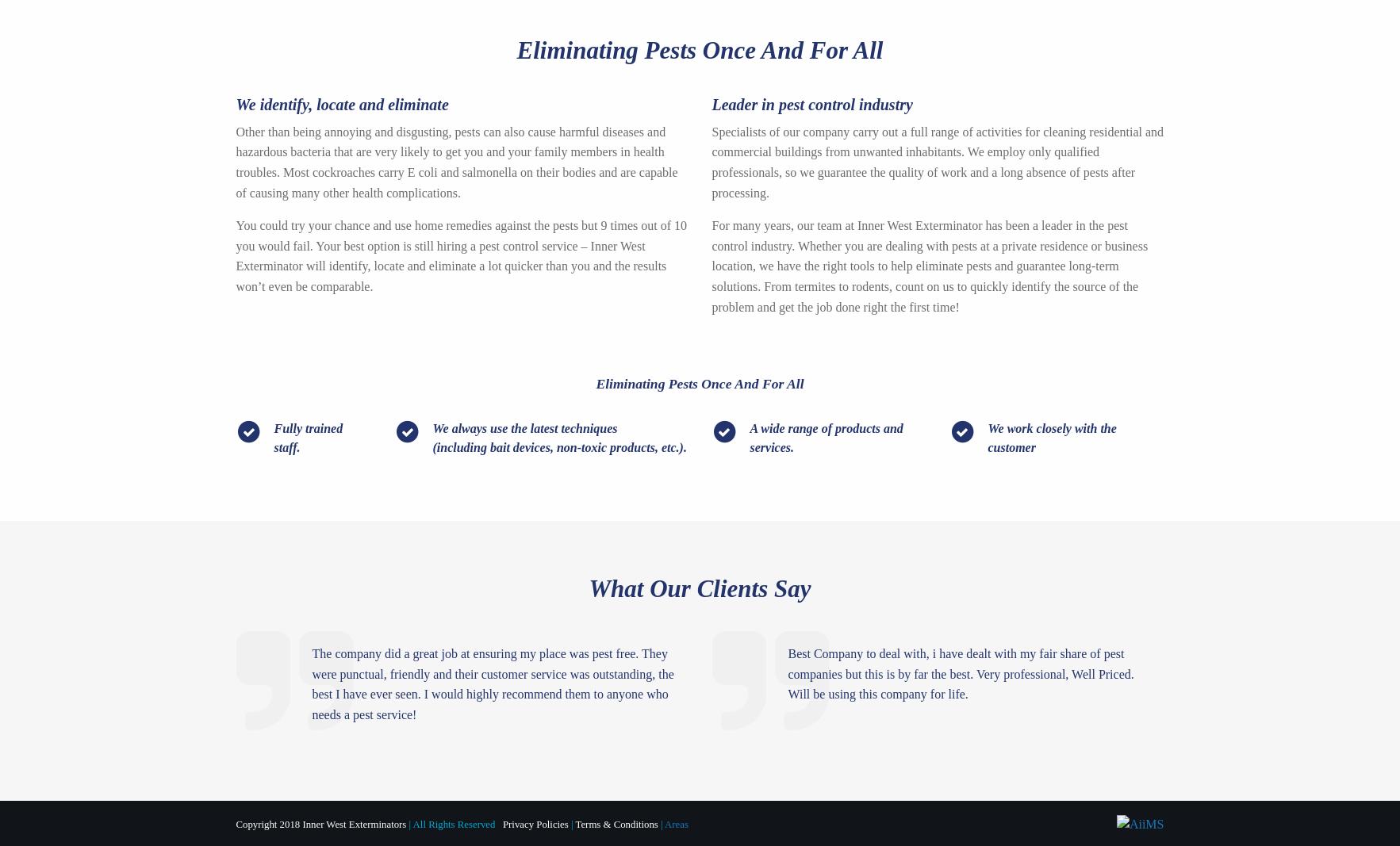 The height and width of the screenshot is (846, 1400). I want to click on 'You could try your chance and use home remedies against the pests but 9 times out of 10 you would fail. Your best option is still hiring a pest control service – Inner West Exterminator will identify, locate and eliminate a lot quicker than you and the results won’t even be comparable.', so click(460, 255).